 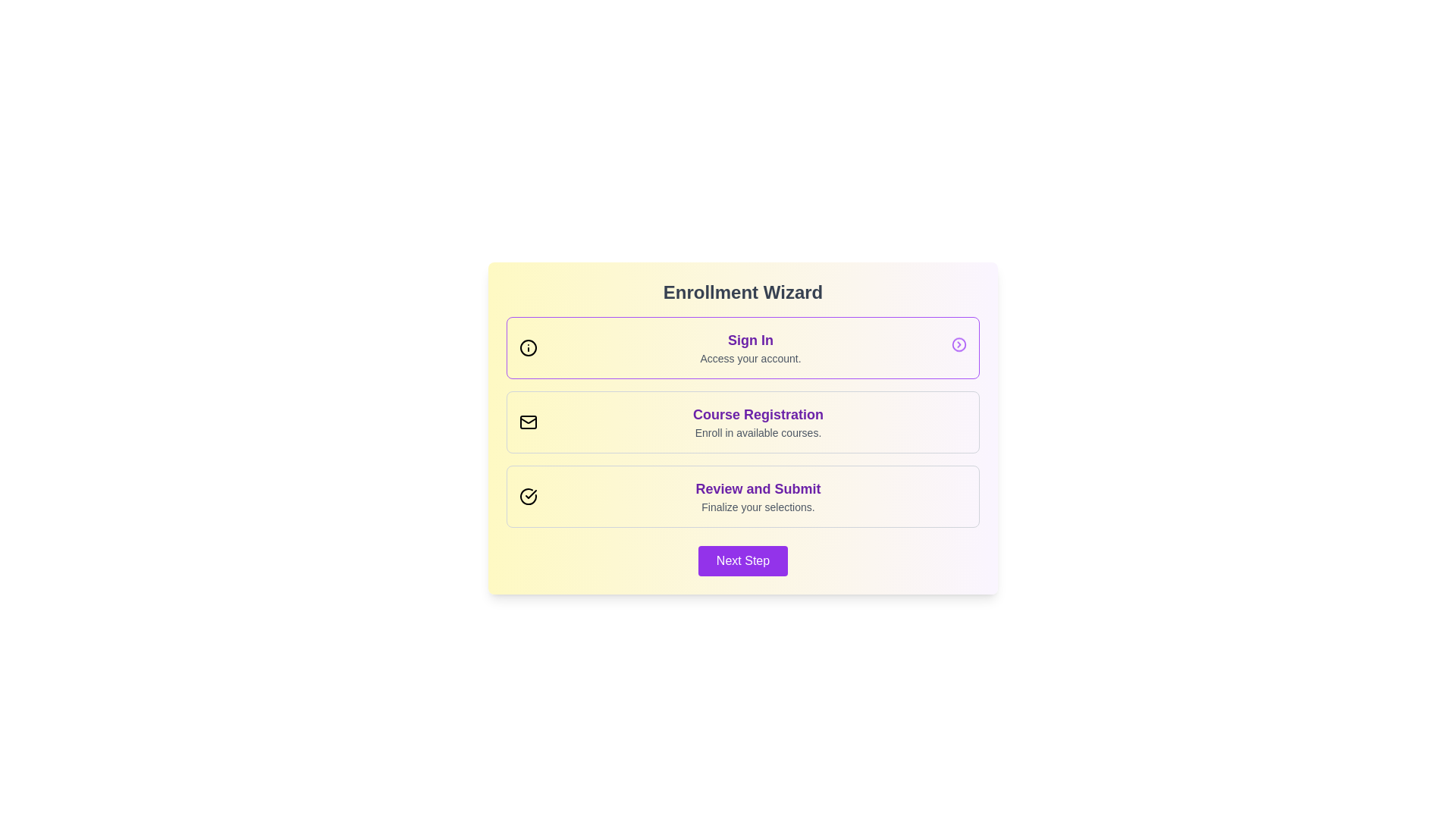 I want to click on the 'Next Step' button located at the center of the informational and interactive enrollment card to proceed with the enrollment process, so click(x=742, y=428).